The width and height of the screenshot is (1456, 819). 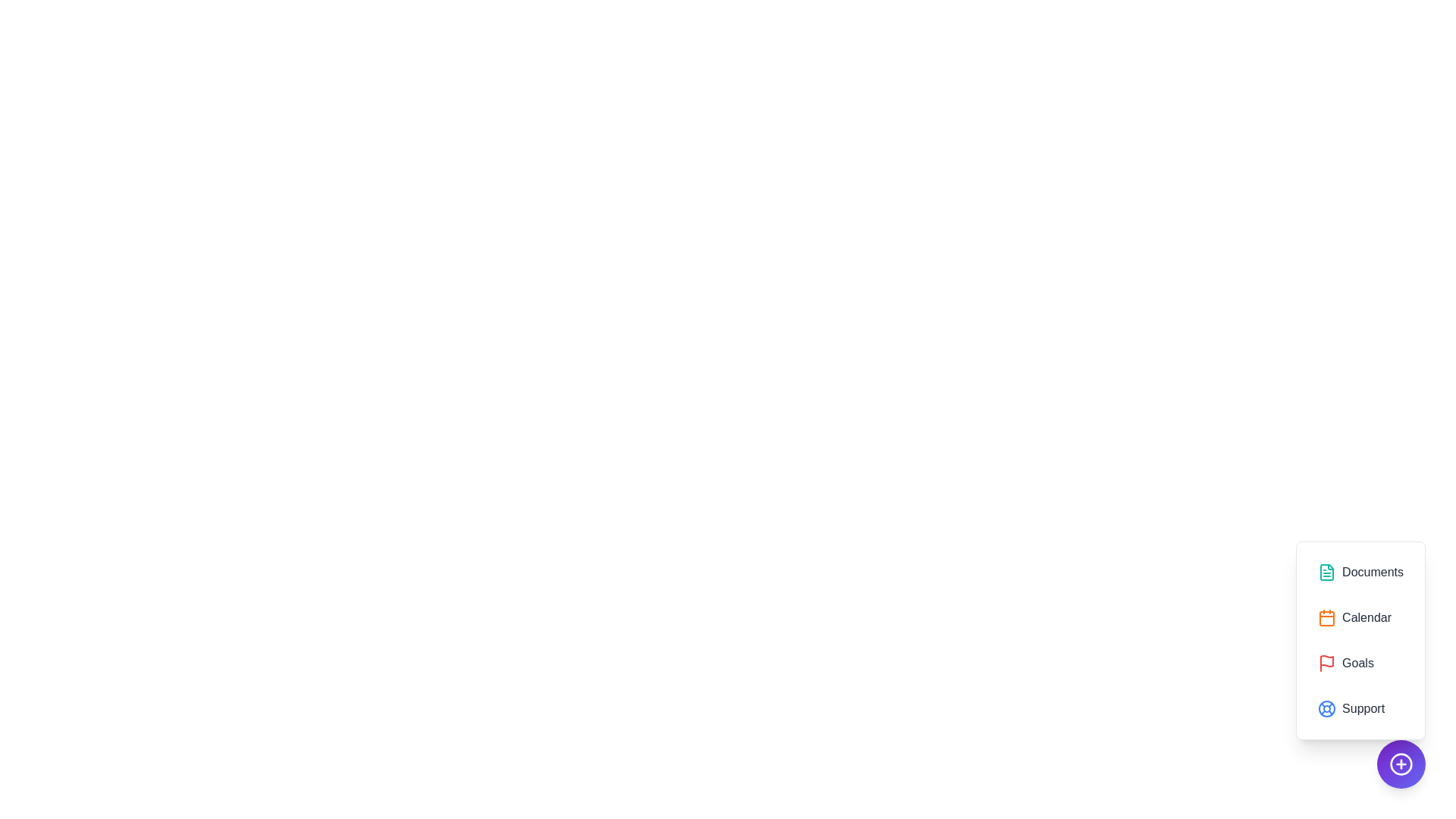 What do you see at coordinates (1360, 708) in the screenshot?
I see `the Support icon to interact with it` at bounding box center [1360, 708].